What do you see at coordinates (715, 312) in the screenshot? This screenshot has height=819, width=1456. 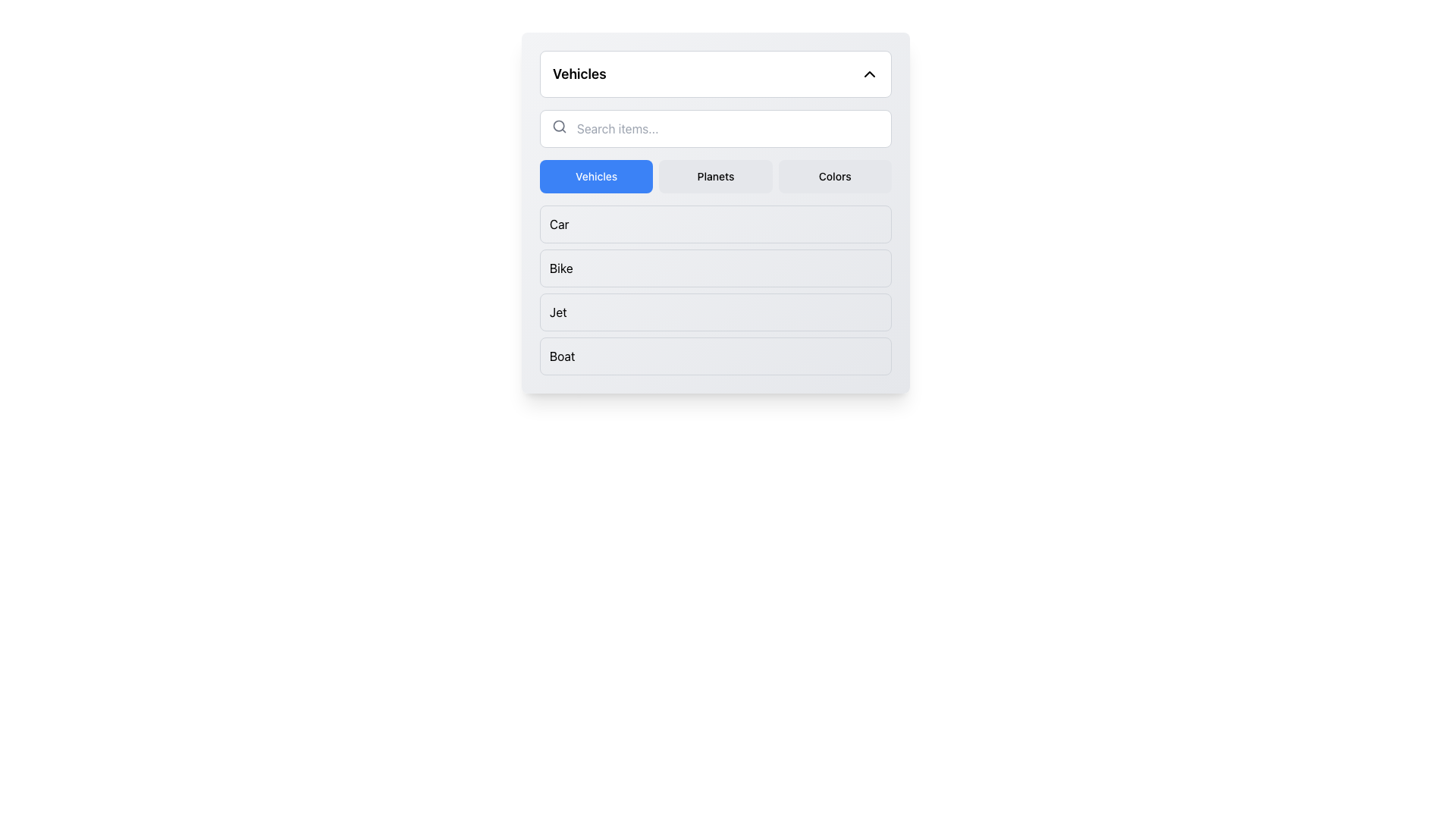 I see `the selectable list item labeled 'Jet'` at bounding box center [715, 312].